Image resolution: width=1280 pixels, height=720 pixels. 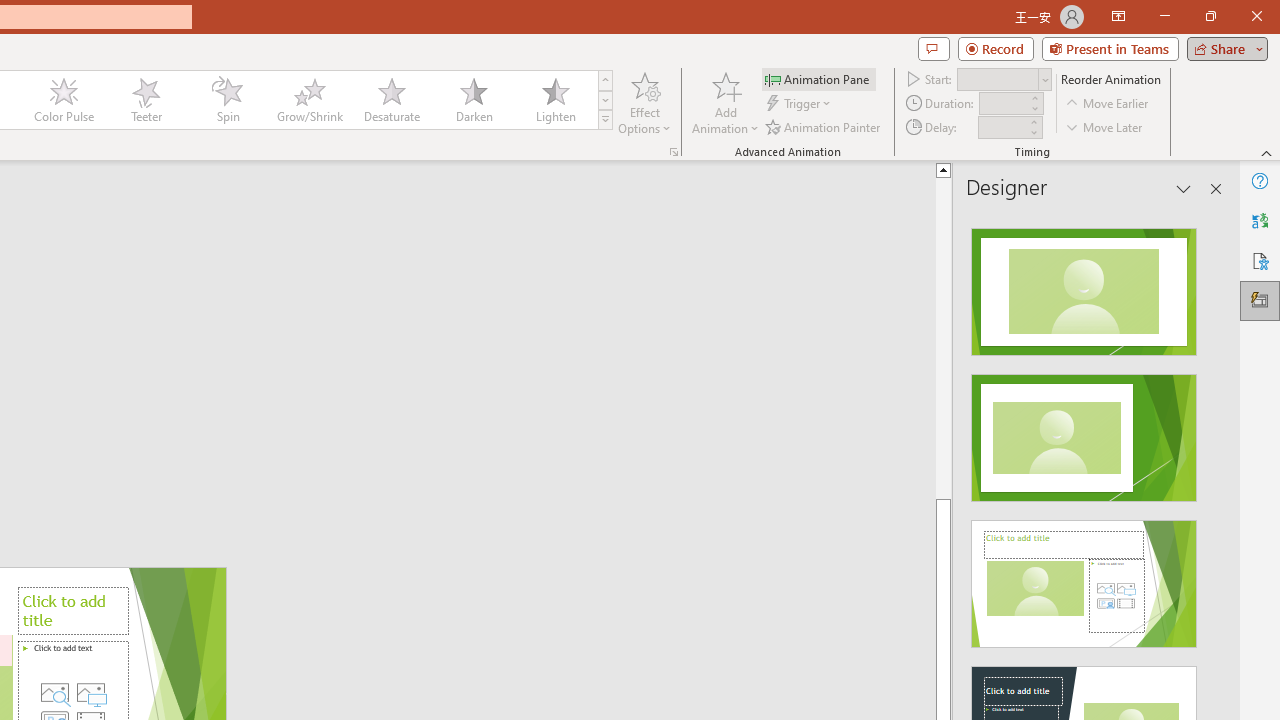 What do you see at coordinates (555, 100) in the screenshot?
I see `'Lighten'` at bounding box center [555, 100].